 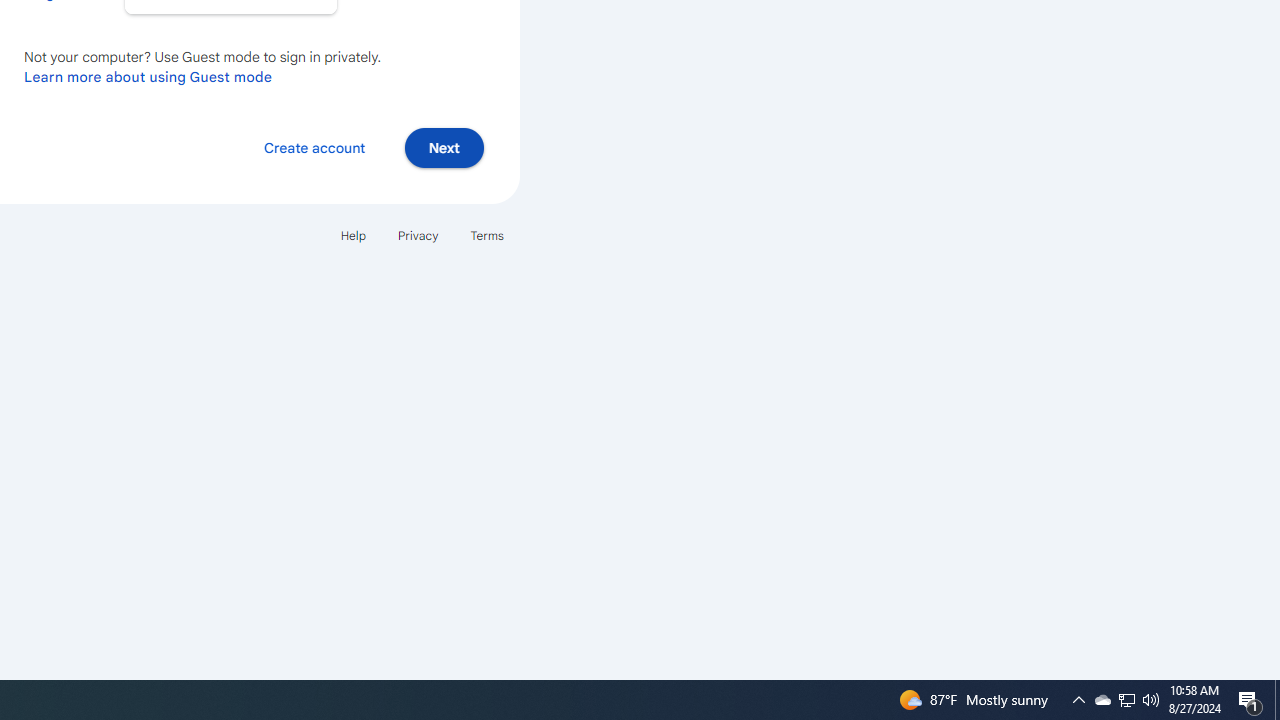 What do you see at coordinates (313, 146) in the screenshot?
I see `'Create account'` at bounding box center [313, 146].